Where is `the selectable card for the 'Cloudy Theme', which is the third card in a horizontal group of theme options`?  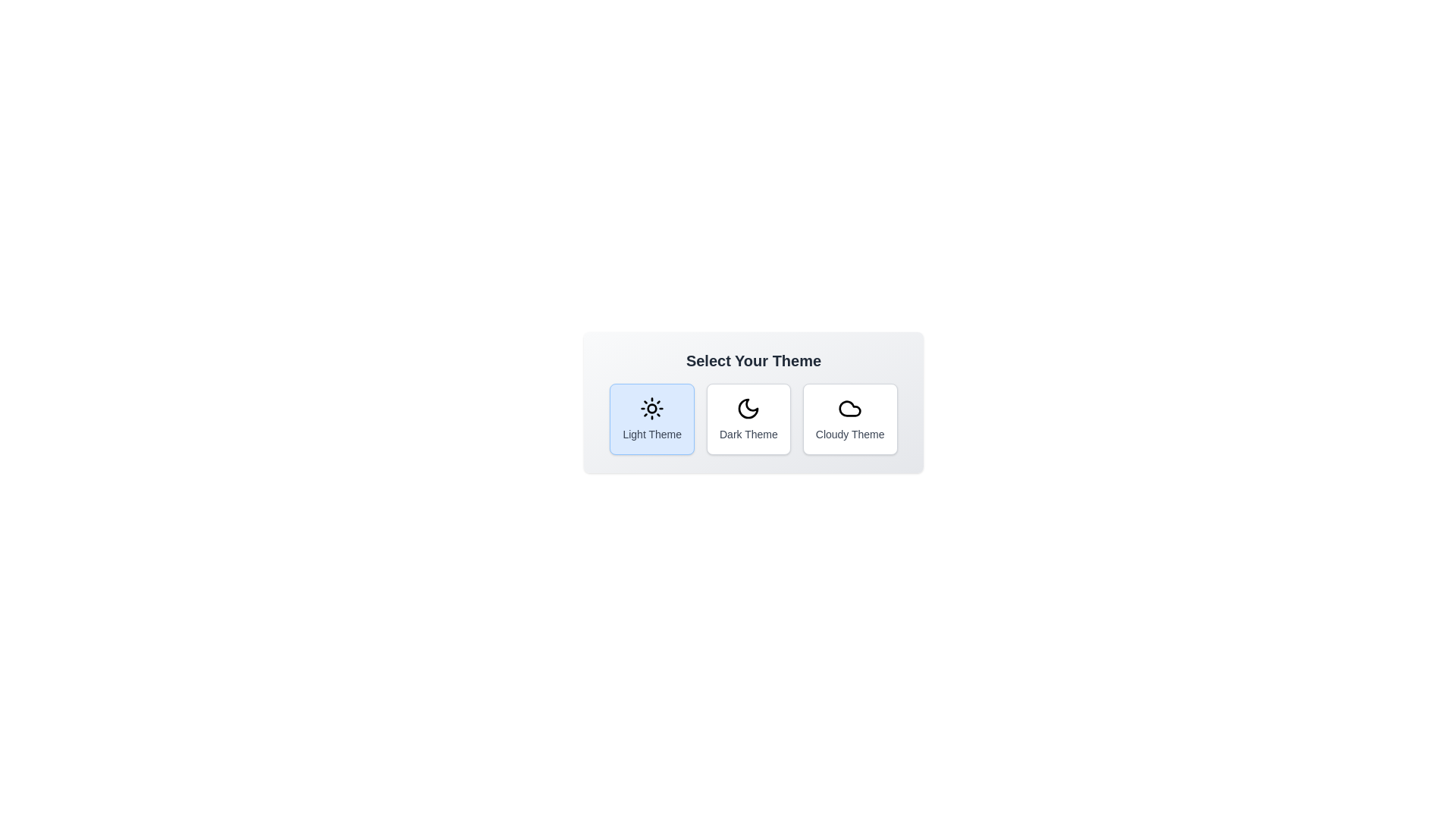 the selectable card for the 'Cloudy Theme', which is the third card in a horizontal group of theme options is located at coordinates (850, 419).